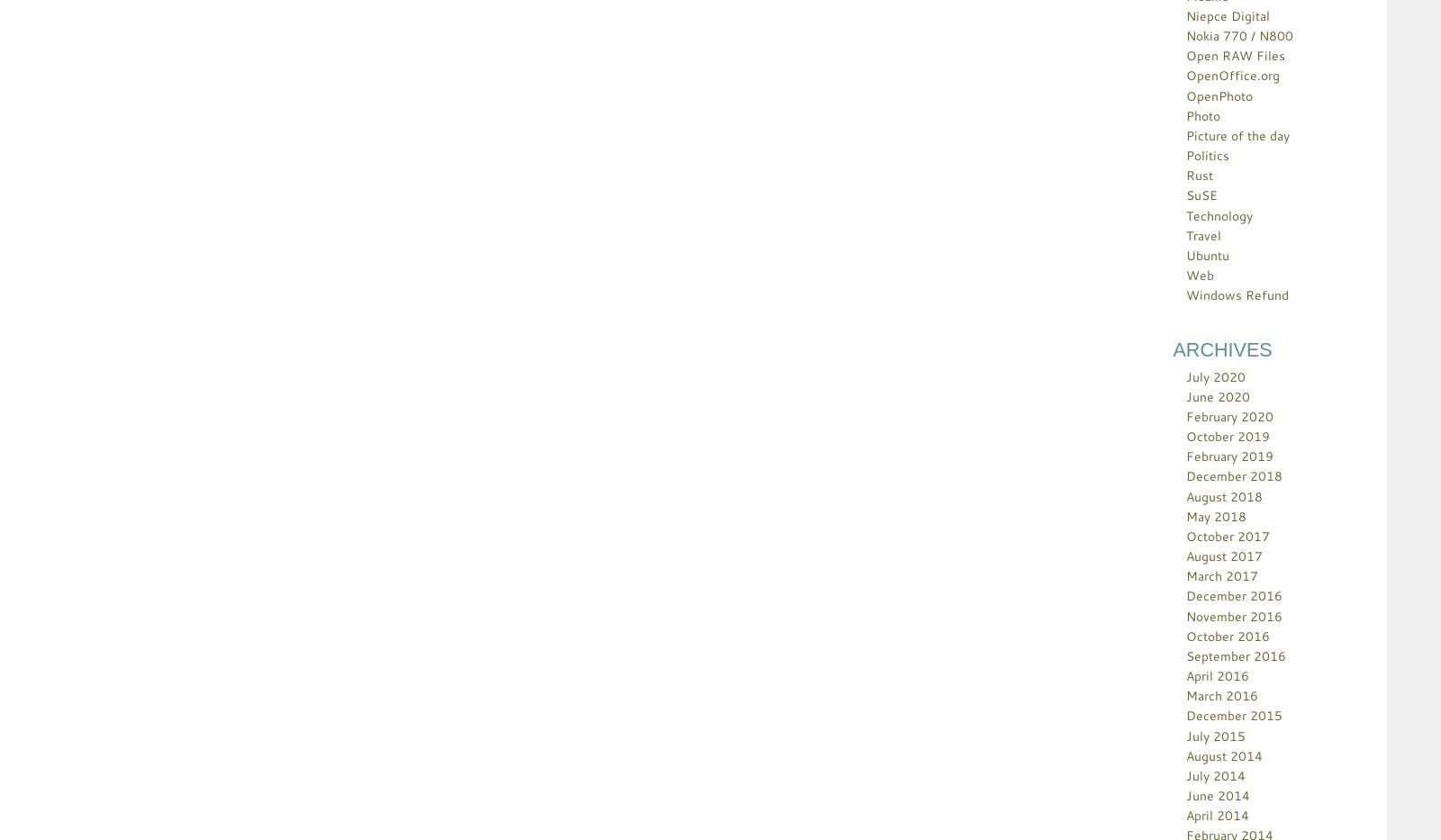  What do you see at coordinates (1184, 254) in the screenshot?
I see `'Ubuntu'` at bounding box center [1184, 254].